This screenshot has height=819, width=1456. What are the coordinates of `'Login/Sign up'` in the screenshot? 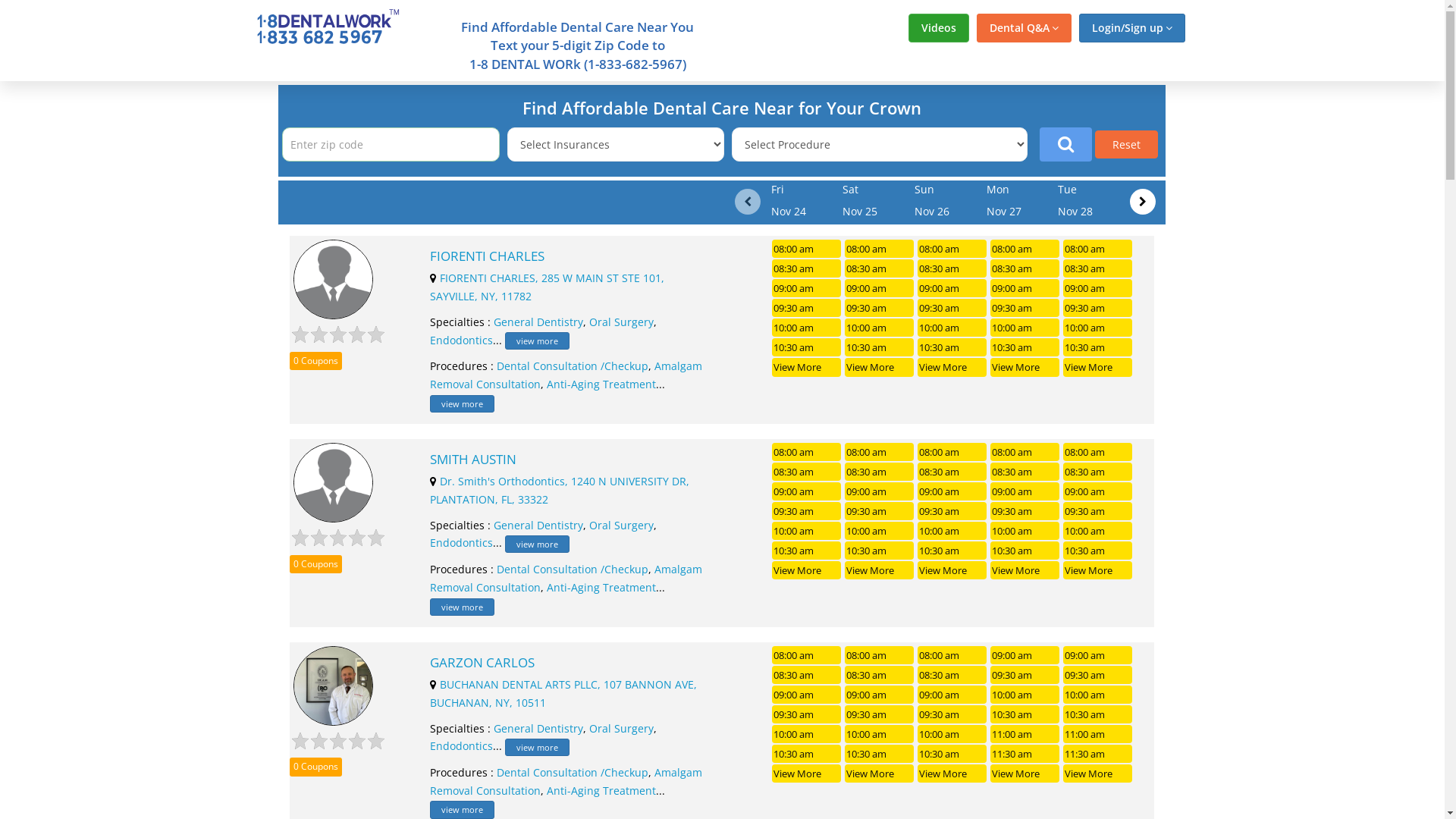 It's located at (1077, 28).